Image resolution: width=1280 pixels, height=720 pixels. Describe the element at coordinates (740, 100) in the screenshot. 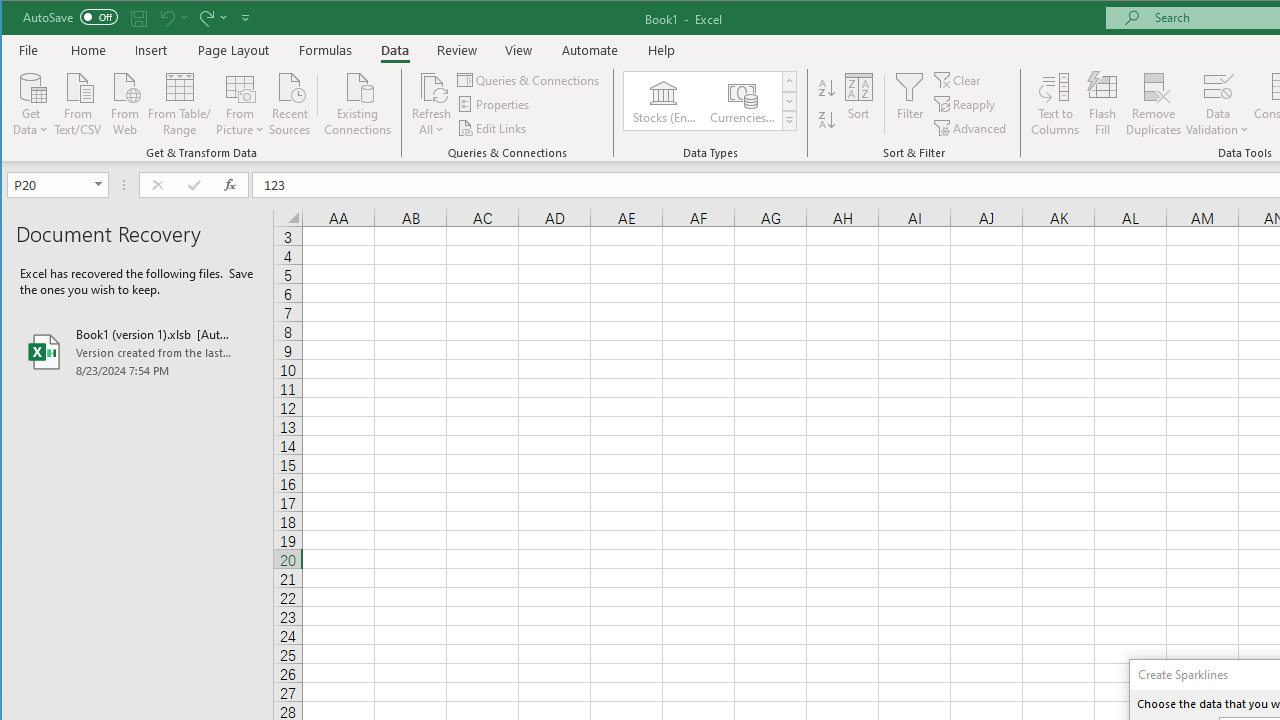

I see `'Currencies (English)'` at that location.